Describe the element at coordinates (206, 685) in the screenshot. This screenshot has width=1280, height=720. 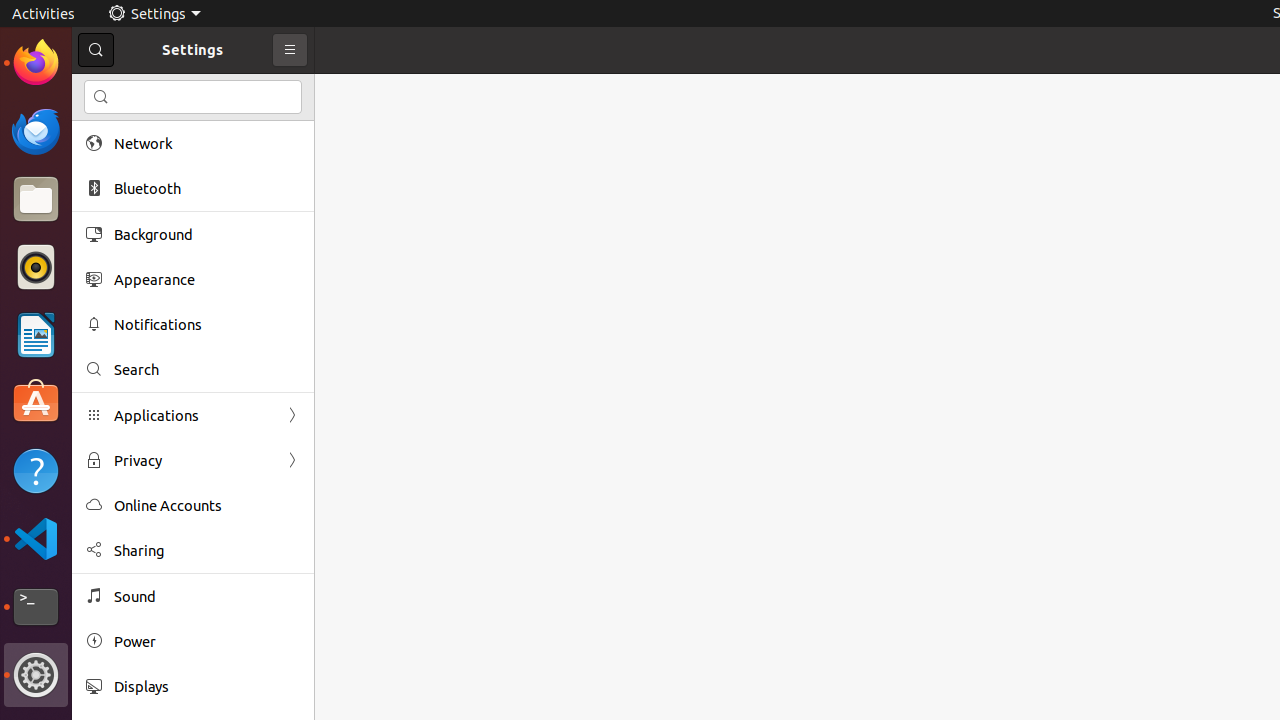
I see `'Displays'` at that location.